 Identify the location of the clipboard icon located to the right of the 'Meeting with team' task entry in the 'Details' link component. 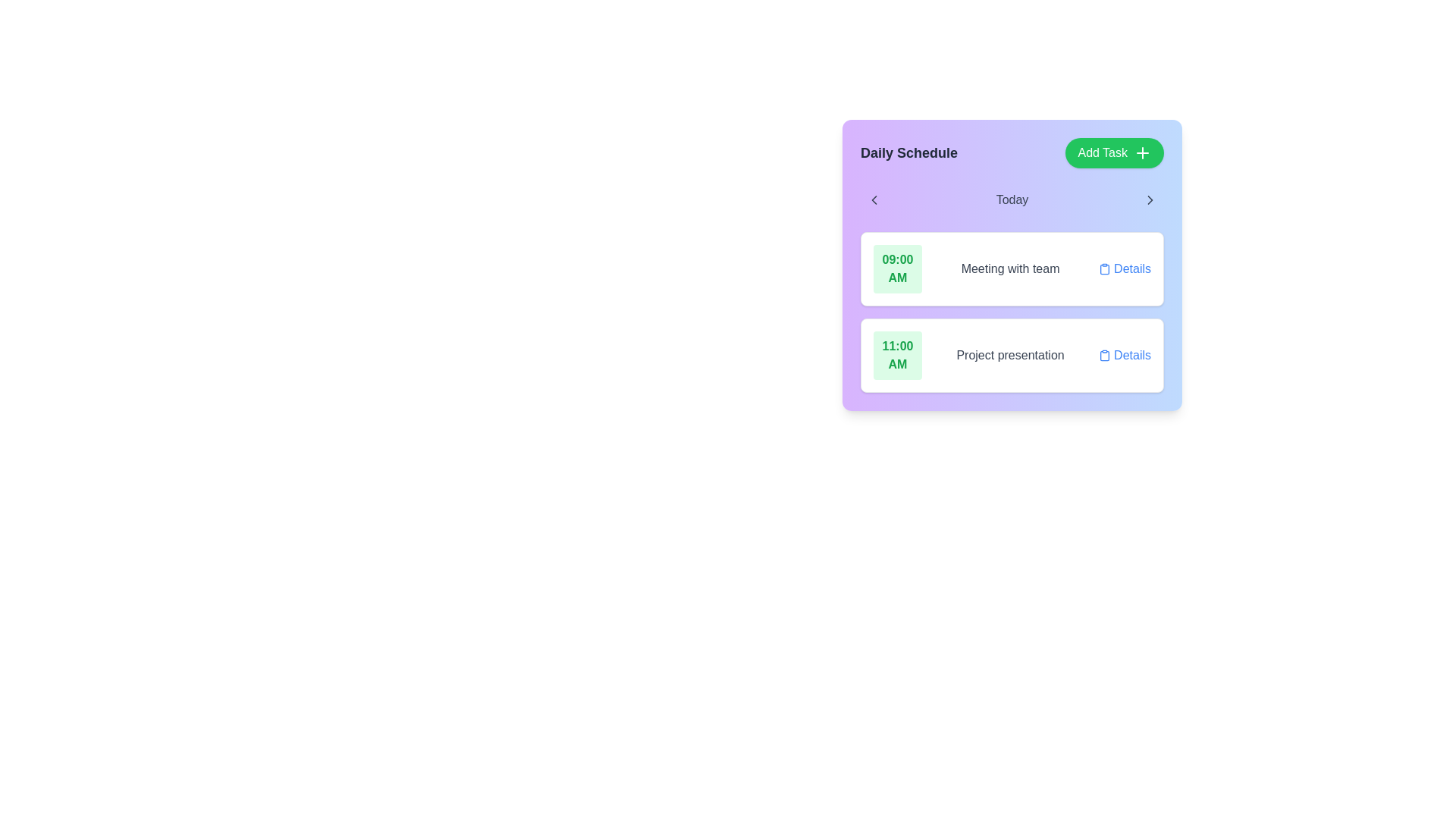
(1105, 268).